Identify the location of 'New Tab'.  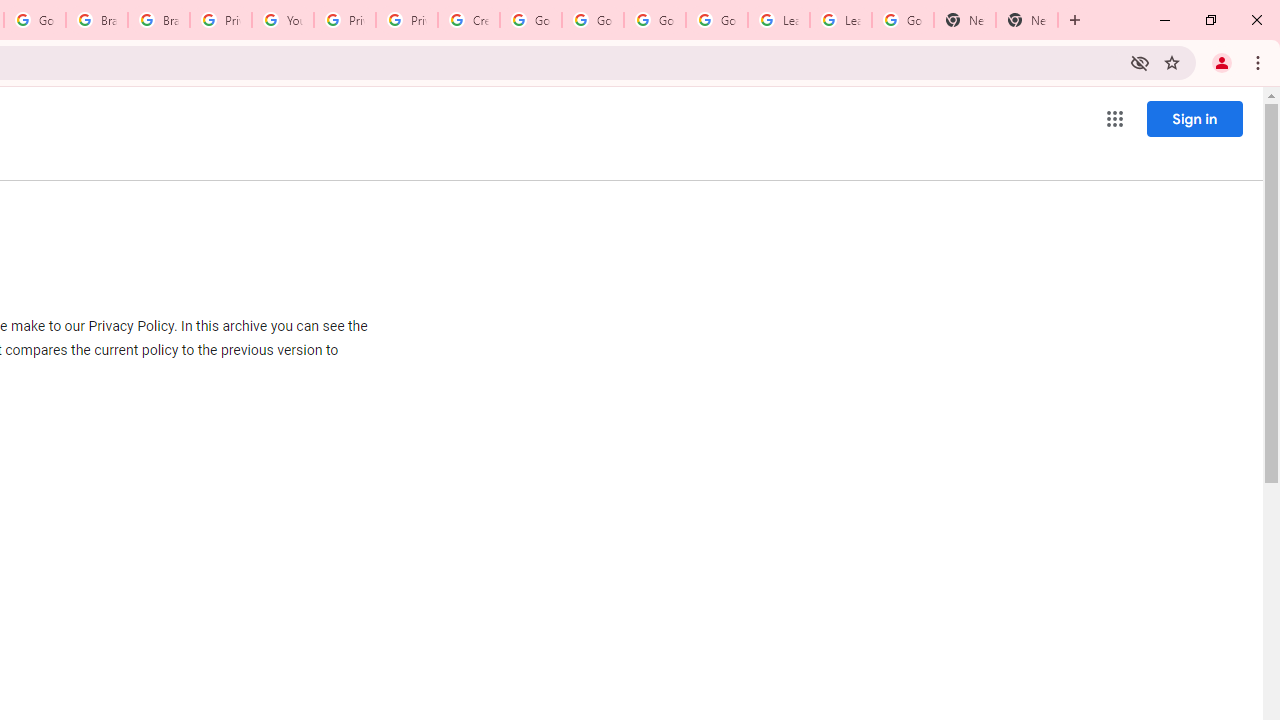
(1027, 20).